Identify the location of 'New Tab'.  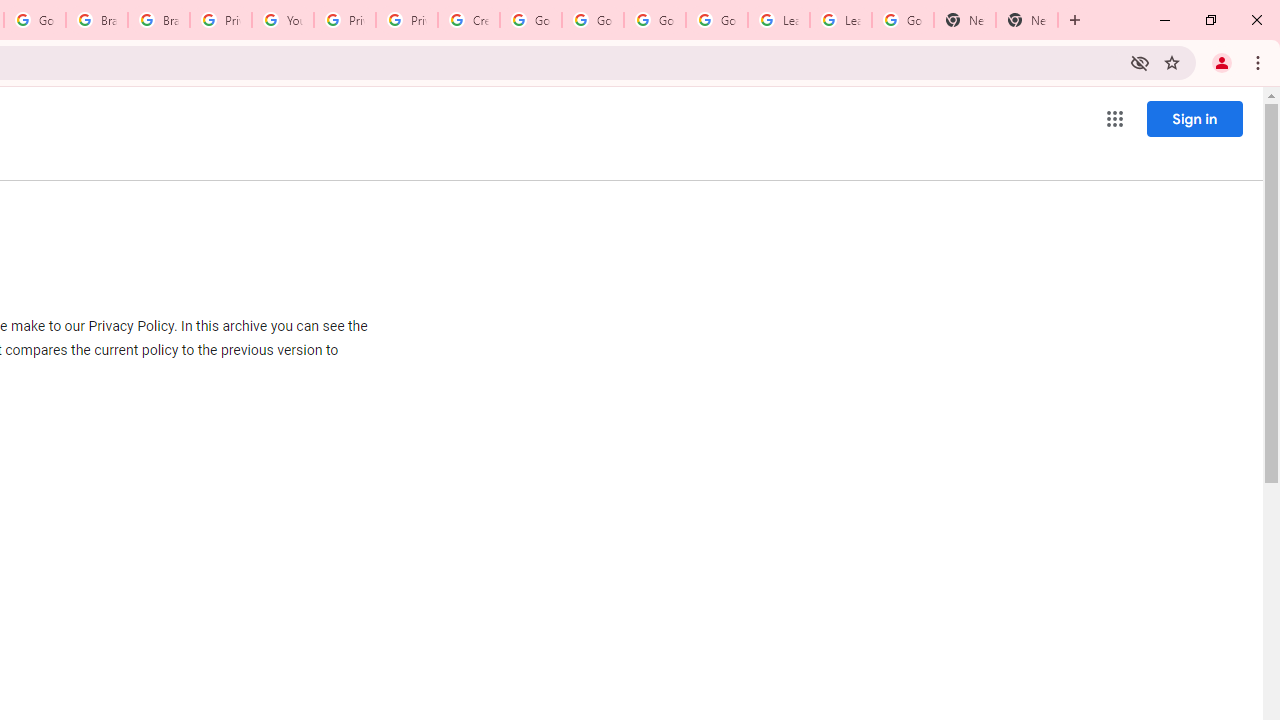
(1027, 20).